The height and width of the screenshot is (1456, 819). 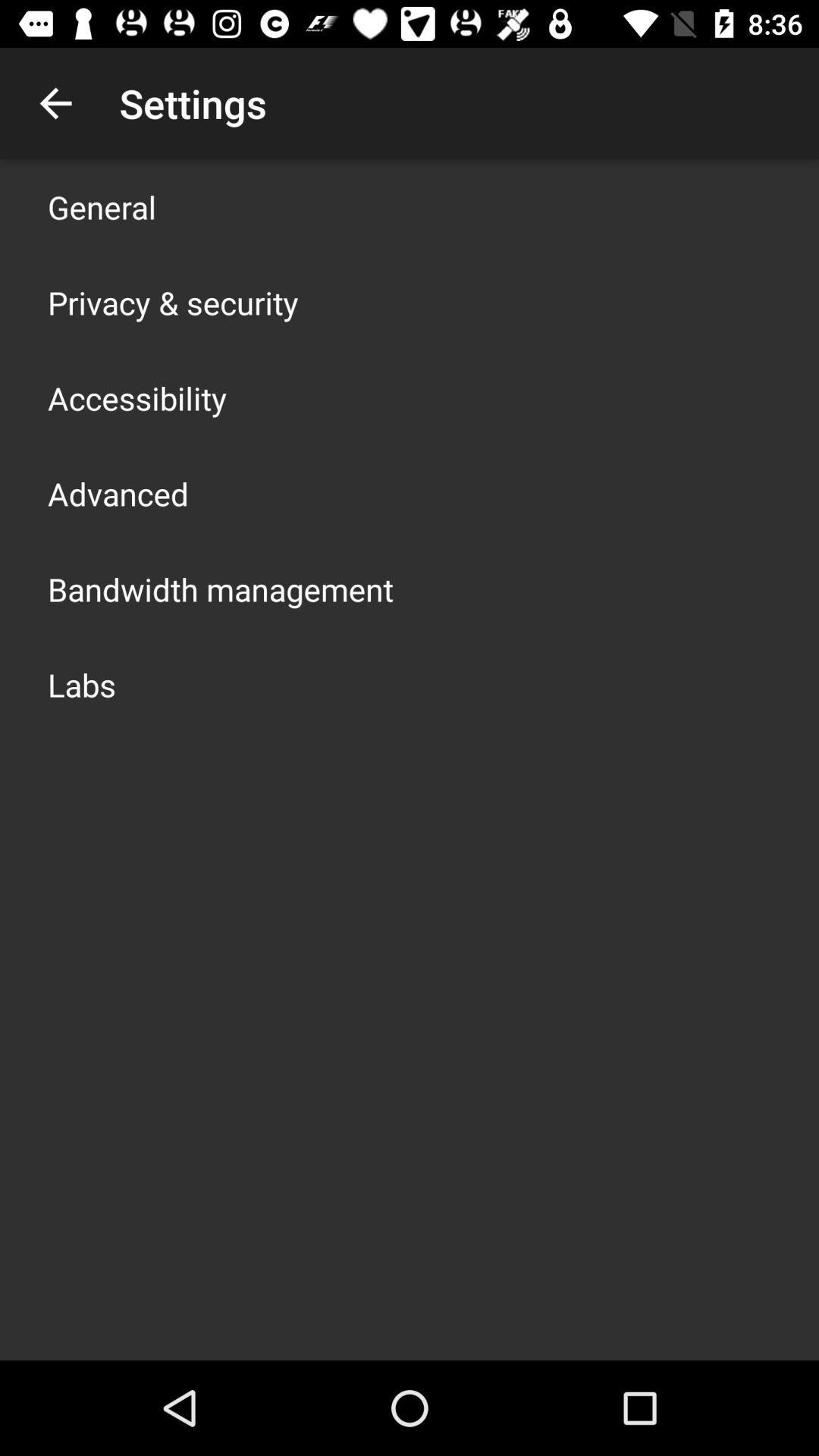 I want to click on privacy & security, so click(x=172, y=302).